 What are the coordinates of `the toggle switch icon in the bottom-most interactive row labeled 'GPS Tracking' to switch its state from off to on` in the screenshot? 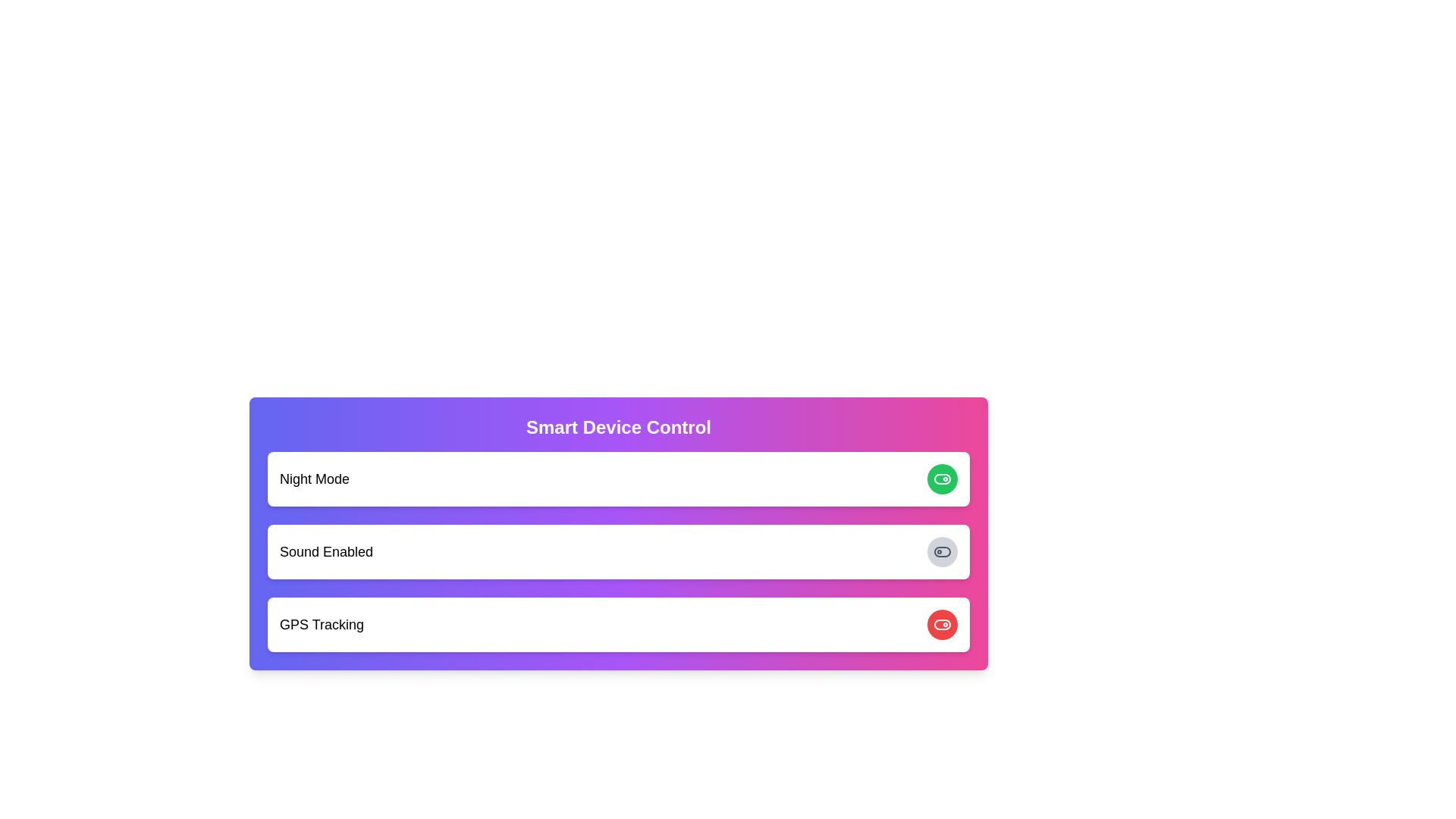 It's located at (942, 625).